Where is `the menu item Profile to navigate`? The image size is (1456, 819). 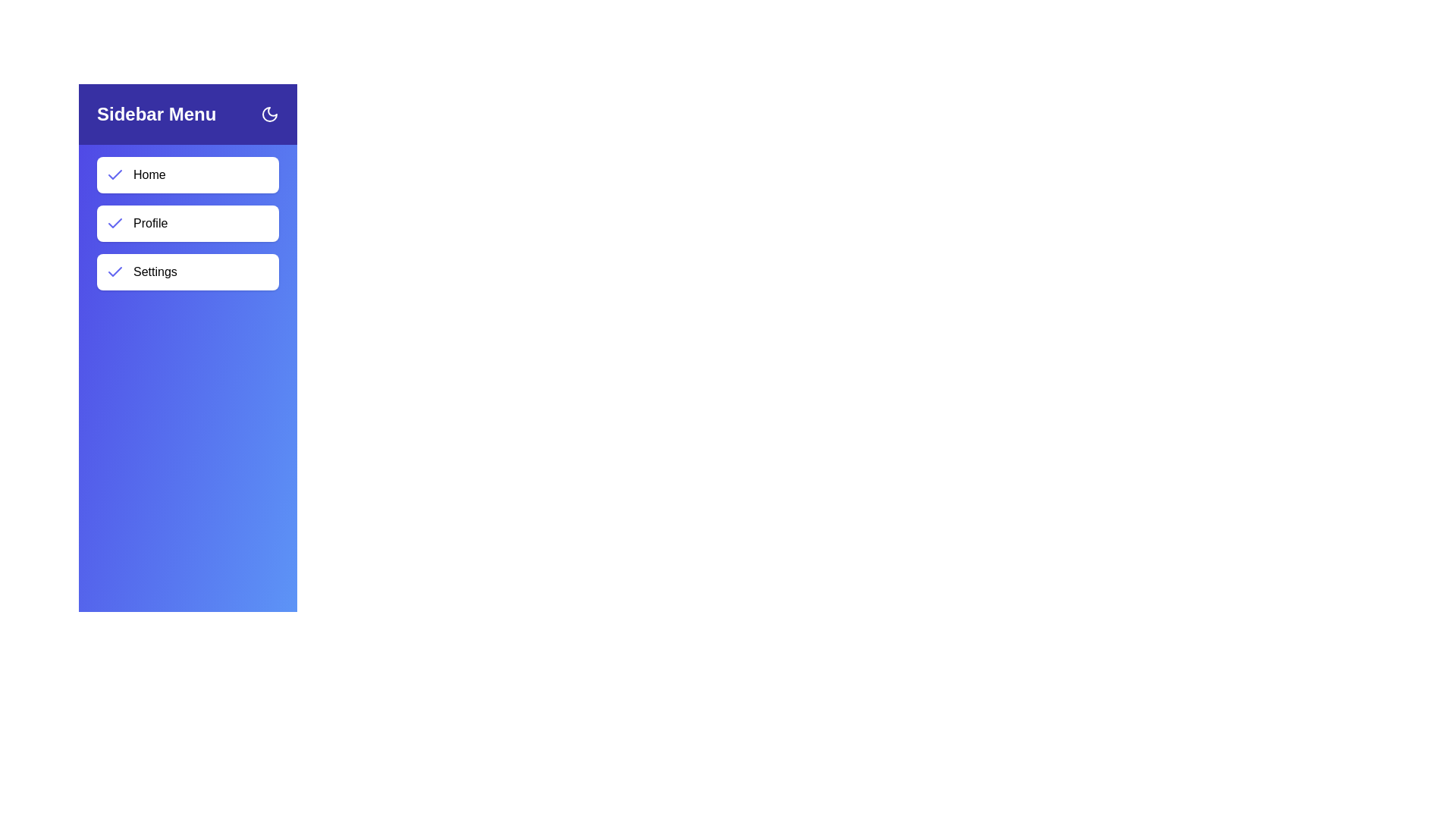 the menu item Profile to navigate is located at coordinates (187, 223).